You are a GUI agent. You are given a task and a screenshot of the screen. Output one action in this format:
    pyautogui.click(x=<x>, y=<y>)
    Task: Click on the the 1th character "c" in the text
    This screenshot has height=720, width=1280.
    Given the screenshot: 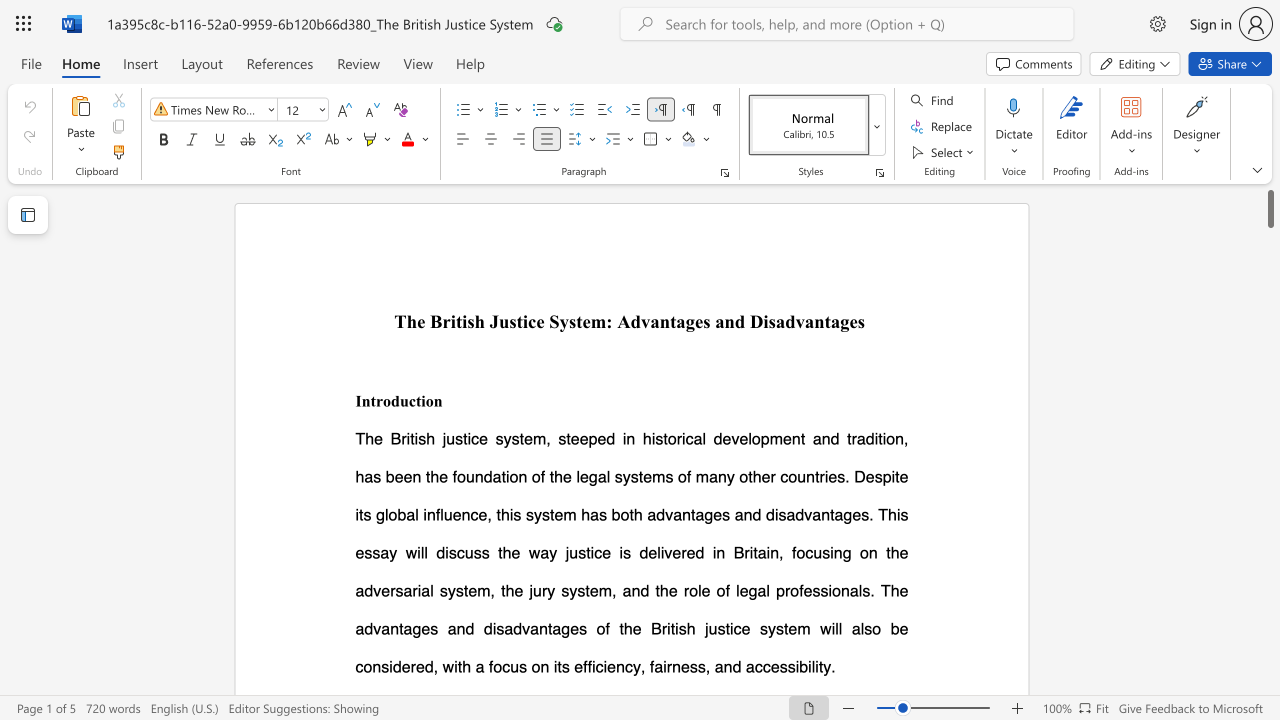 What is the action you would take?
    pyautogui.click(x=411, y=400)
    